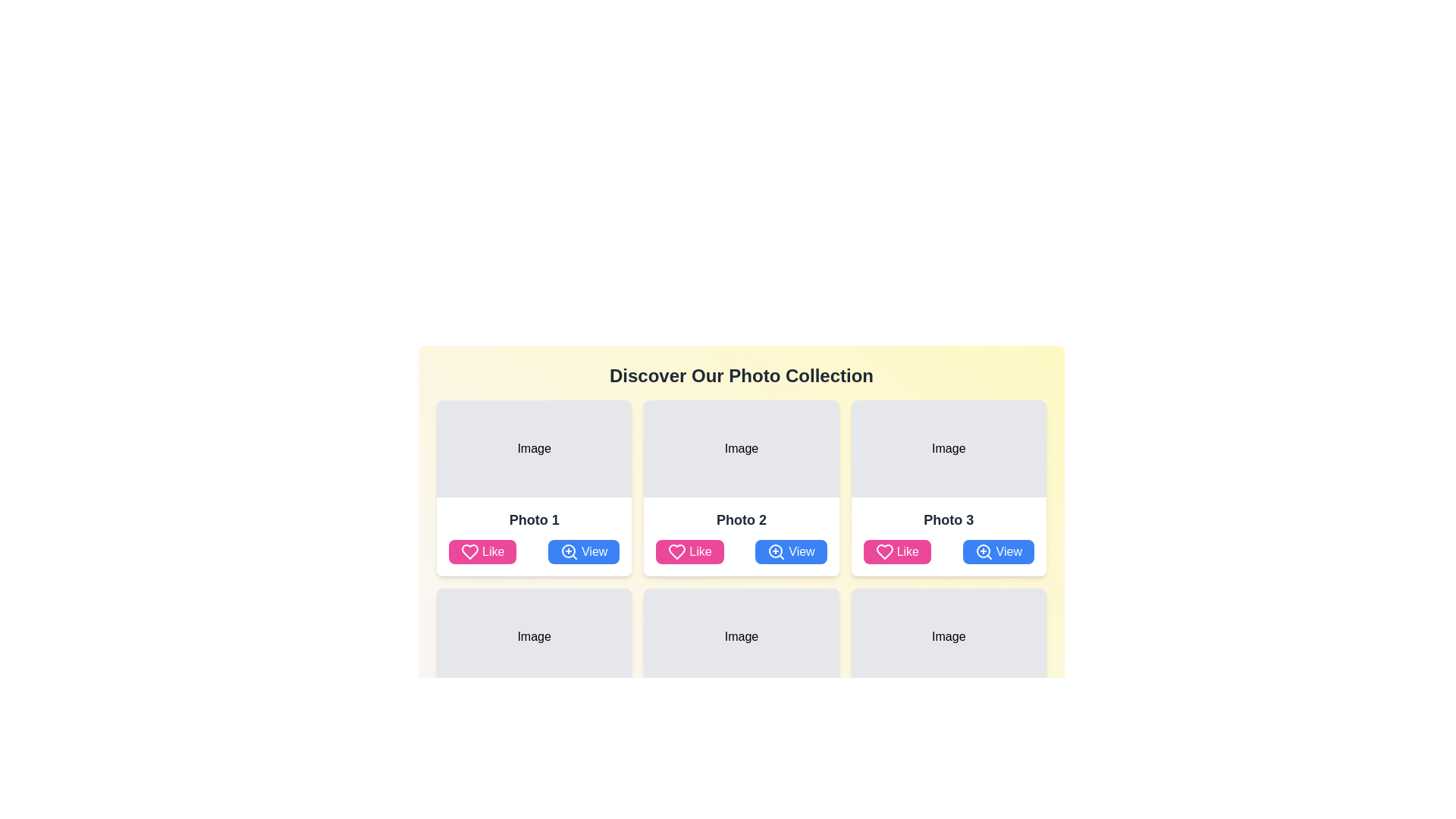 The width and height of the screenshot is (1456, 819). What do you see at coordinates (469, 552) in the screenshot?
I see `the pink heart icon located inside the 'Like' button, which is positioned before the text 'Like' in the second column of the top row under the 'Discover Our Photo Collection' heading` at bounding box center [469, 552].